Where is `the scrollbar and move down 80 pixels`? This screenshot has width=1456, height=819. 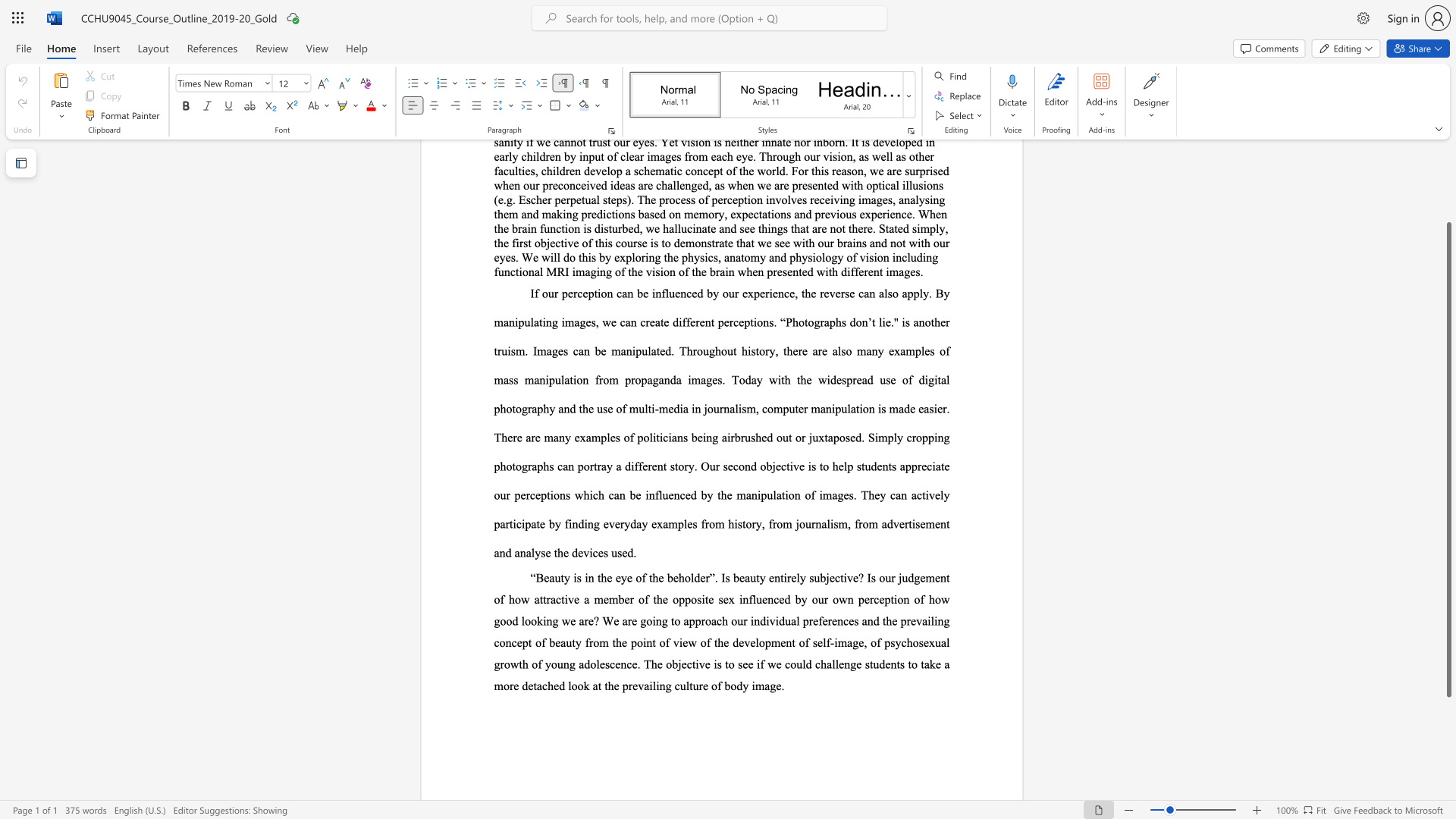 the scrollbar and move down 80 pixels is located at coordinates (1448, 459).